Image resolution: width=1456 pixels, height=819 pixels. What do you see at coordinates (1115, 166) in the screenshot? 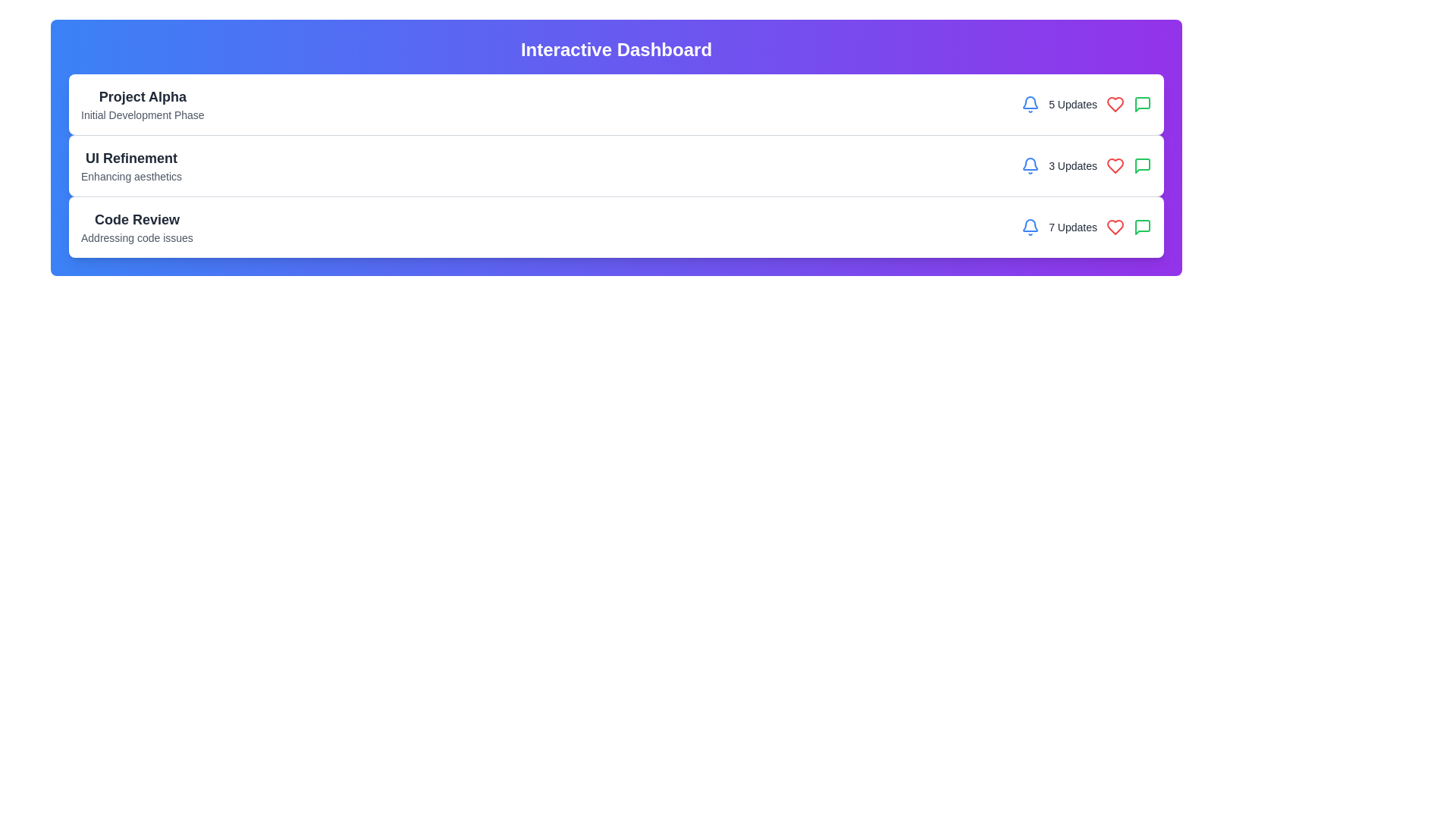
I see `the 'like' icon button, which is the third icon on the right side in the second card labeled 'UI Refinement', positioned between a bell icon and a speech bubble icon` at bounding box center [1115, 166].